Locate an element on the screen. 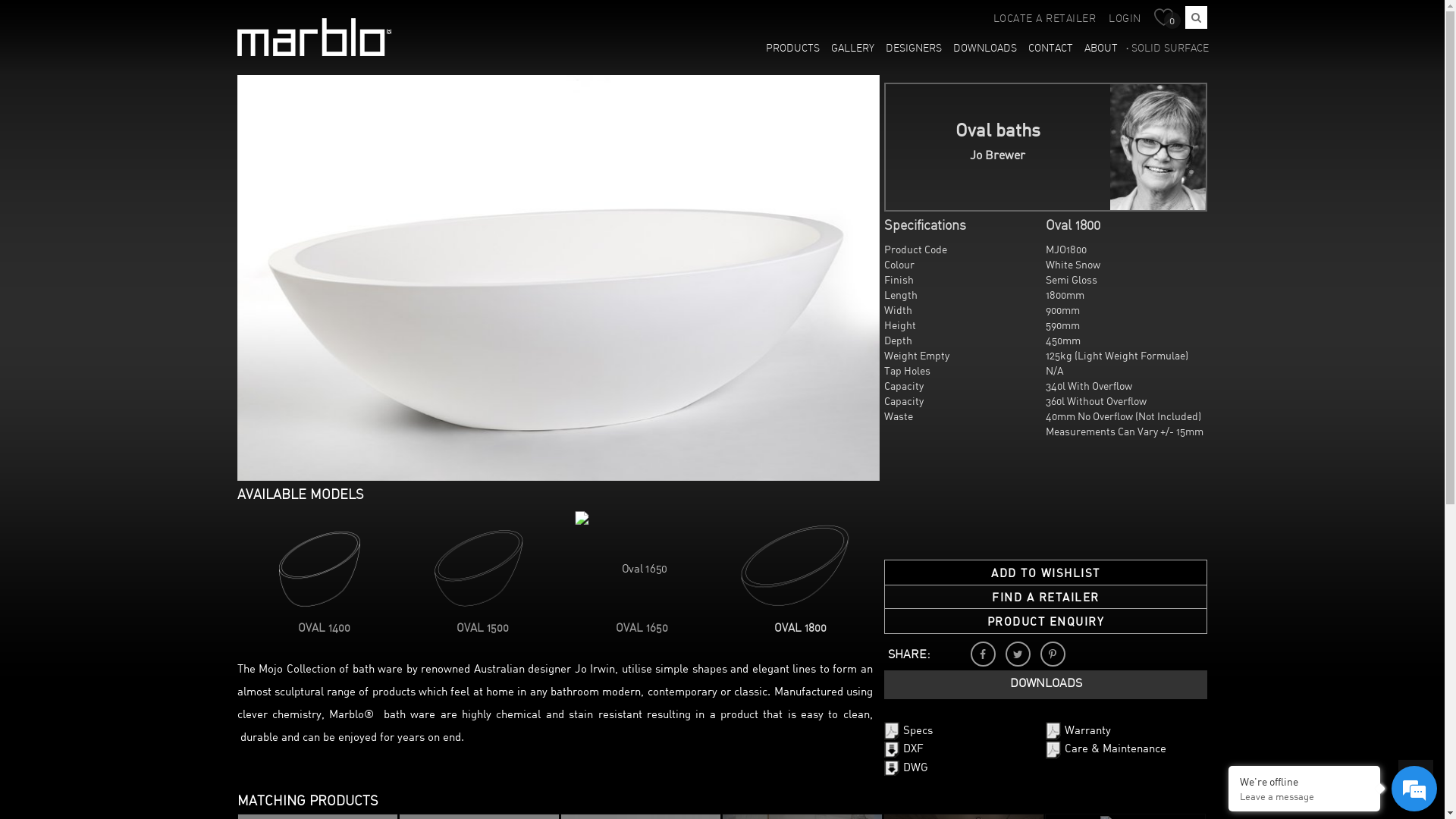 The image size is (1456, 819). 'Oval 1650' is located at coordinates (632, 562).